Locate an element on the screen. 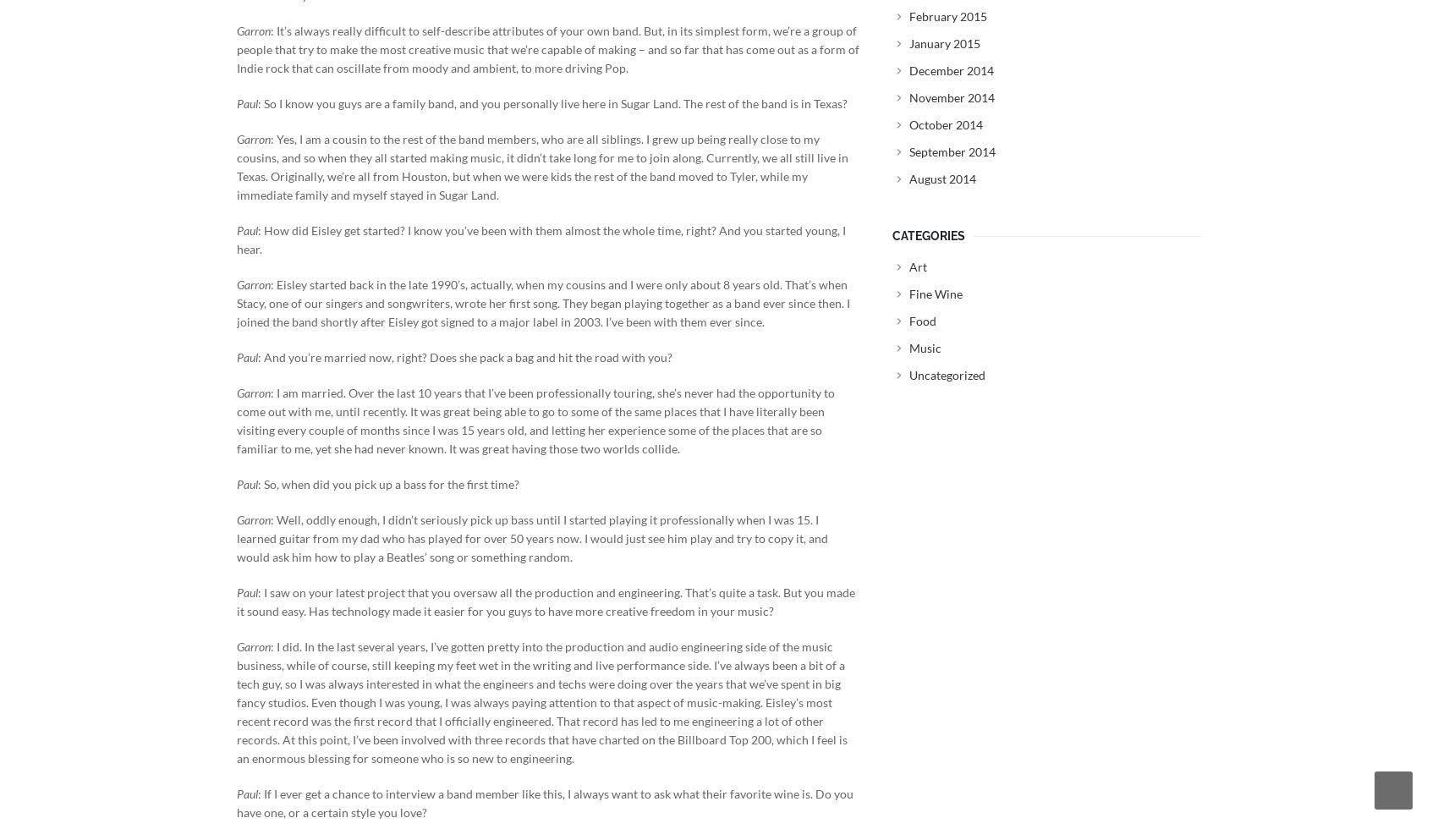  'October 2014' is located at coordinates (946, 124).